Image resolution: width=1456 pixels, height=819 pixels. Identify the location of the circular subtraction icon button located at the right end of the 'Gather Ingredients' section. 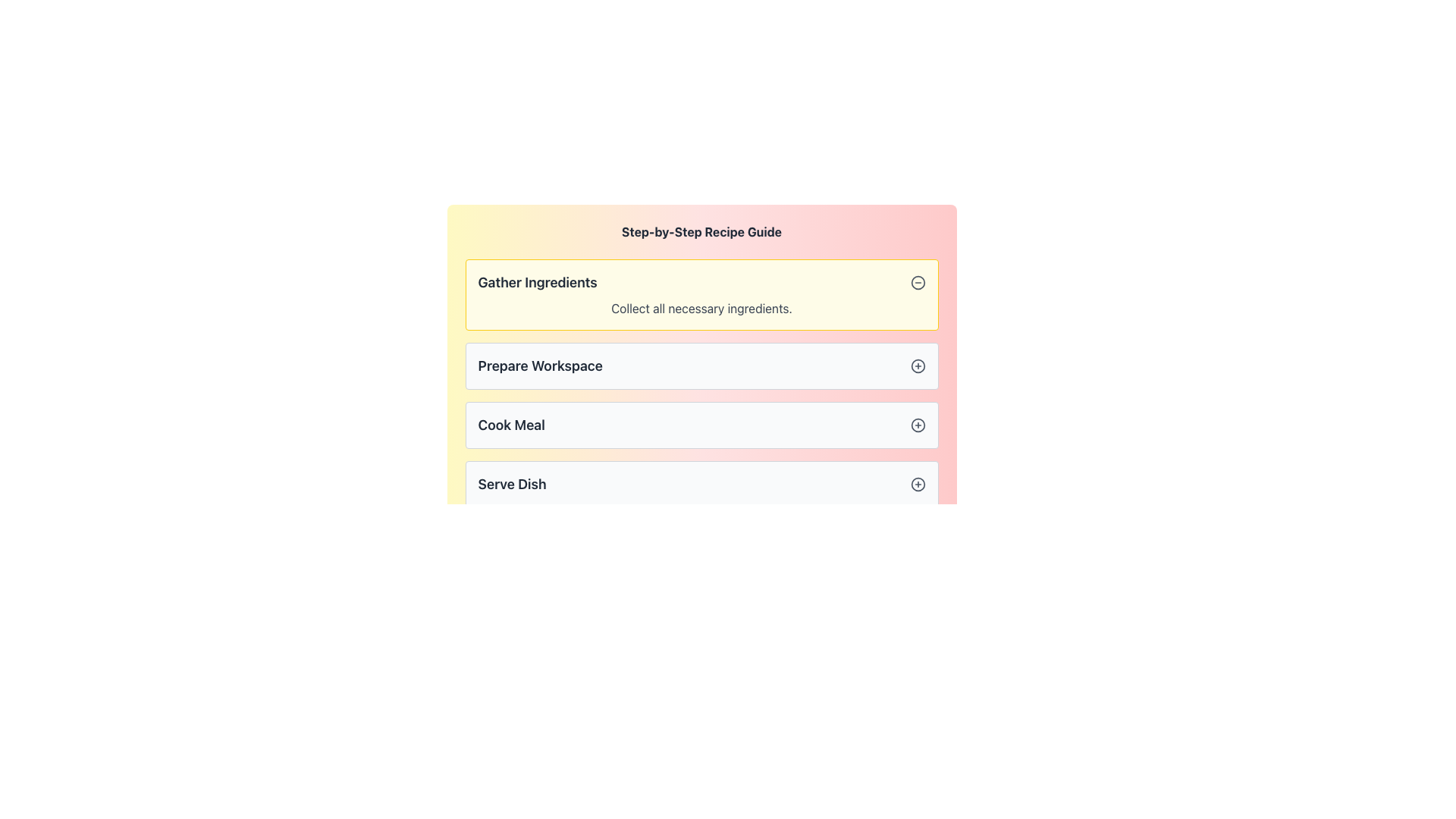
(917, 283).